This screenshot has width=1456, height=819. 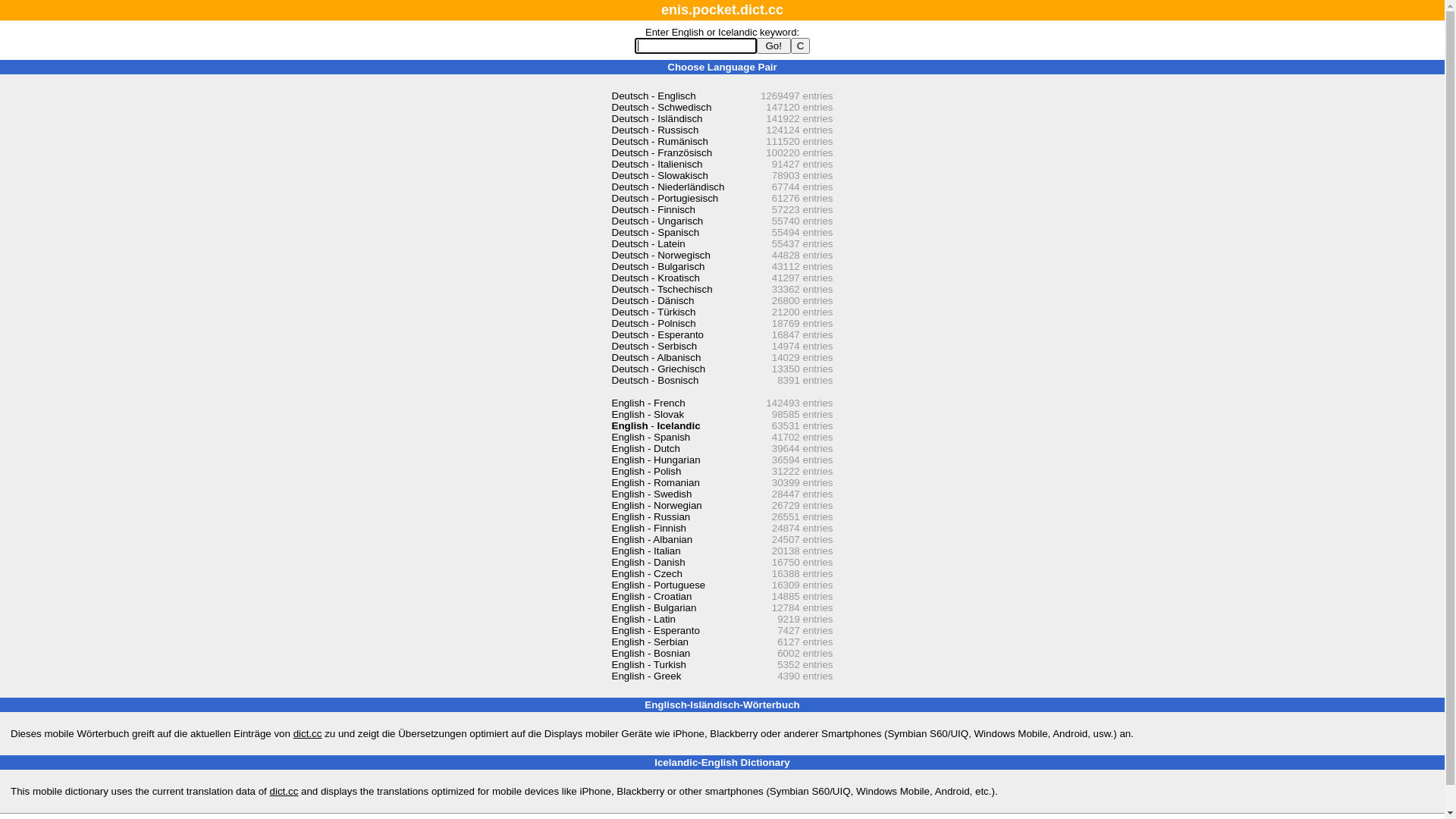 What do you see at coordinates (655, 482) in the screenshot?
I see `'English - Romanian'` at bounding box center [655, 482].